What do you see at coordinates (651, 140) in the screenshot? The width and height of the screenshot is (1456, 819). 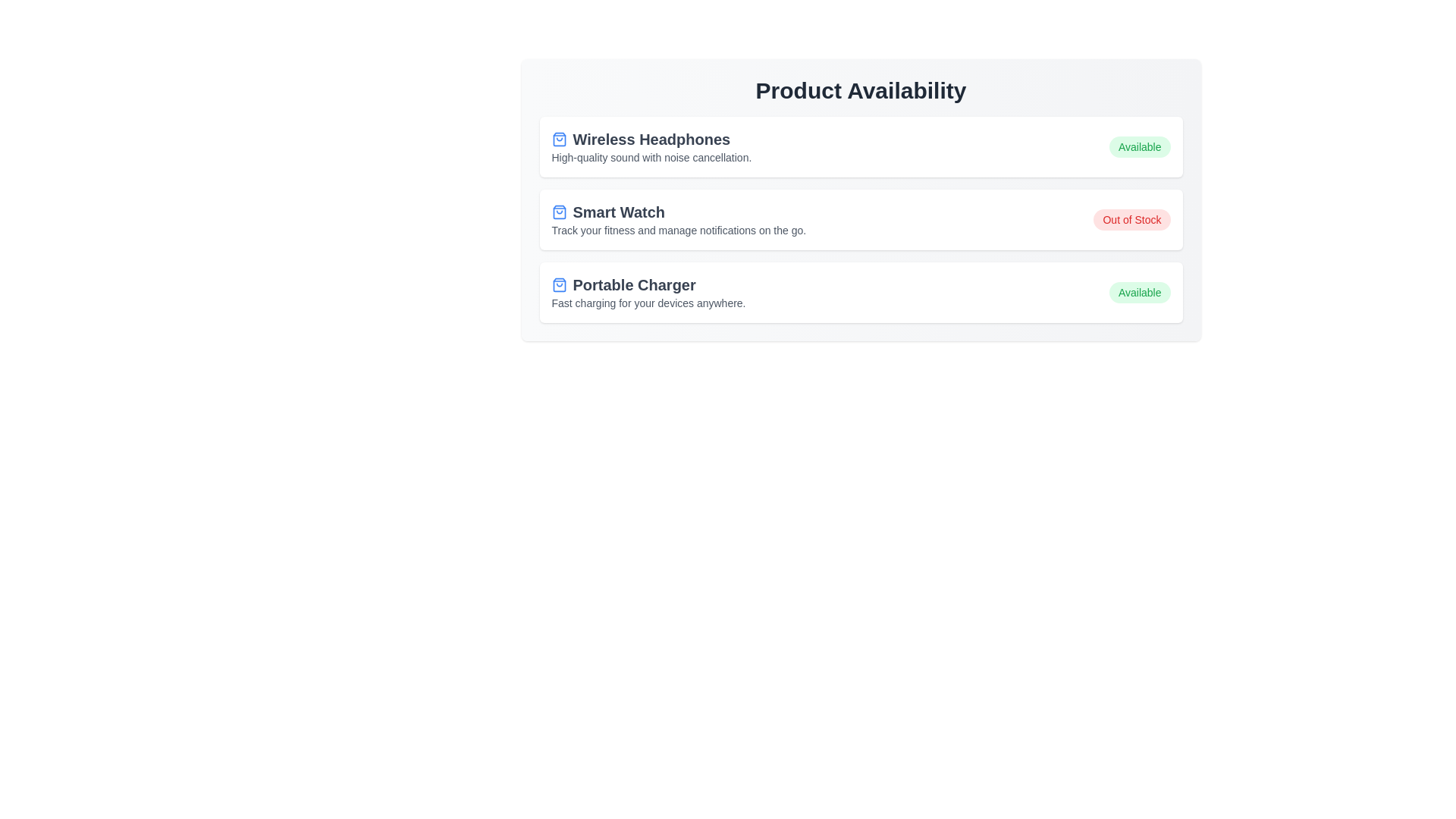 I see `the product name to interact with its details. The parameter Wireless Headphones specifies the product to interact with` at bounding box center [651, 140].